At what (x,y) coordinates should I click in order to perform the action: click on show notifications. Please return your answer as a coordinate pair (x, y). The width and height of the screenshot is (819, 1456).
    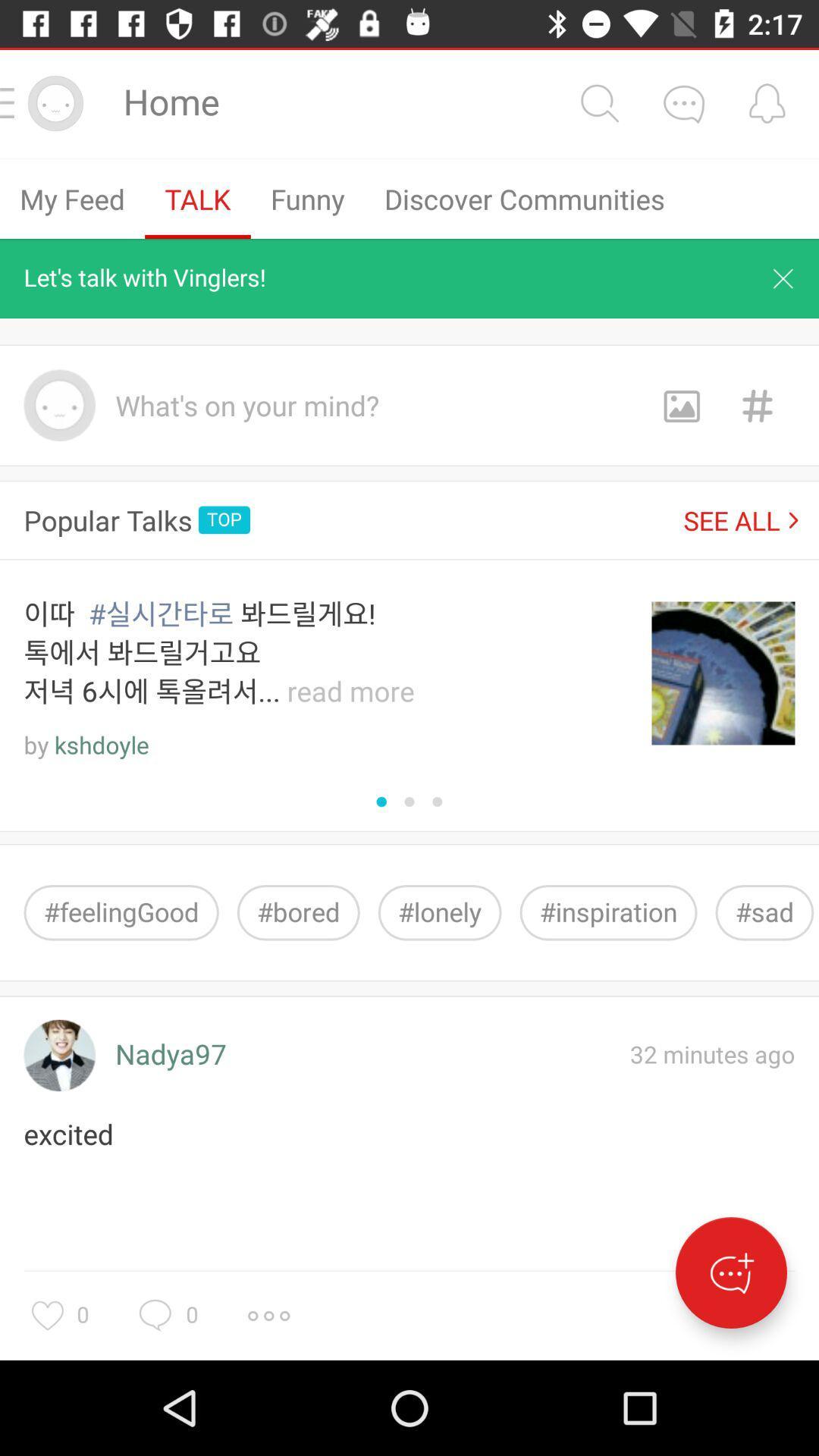
    Looking at the image, I should click on (767, 102).